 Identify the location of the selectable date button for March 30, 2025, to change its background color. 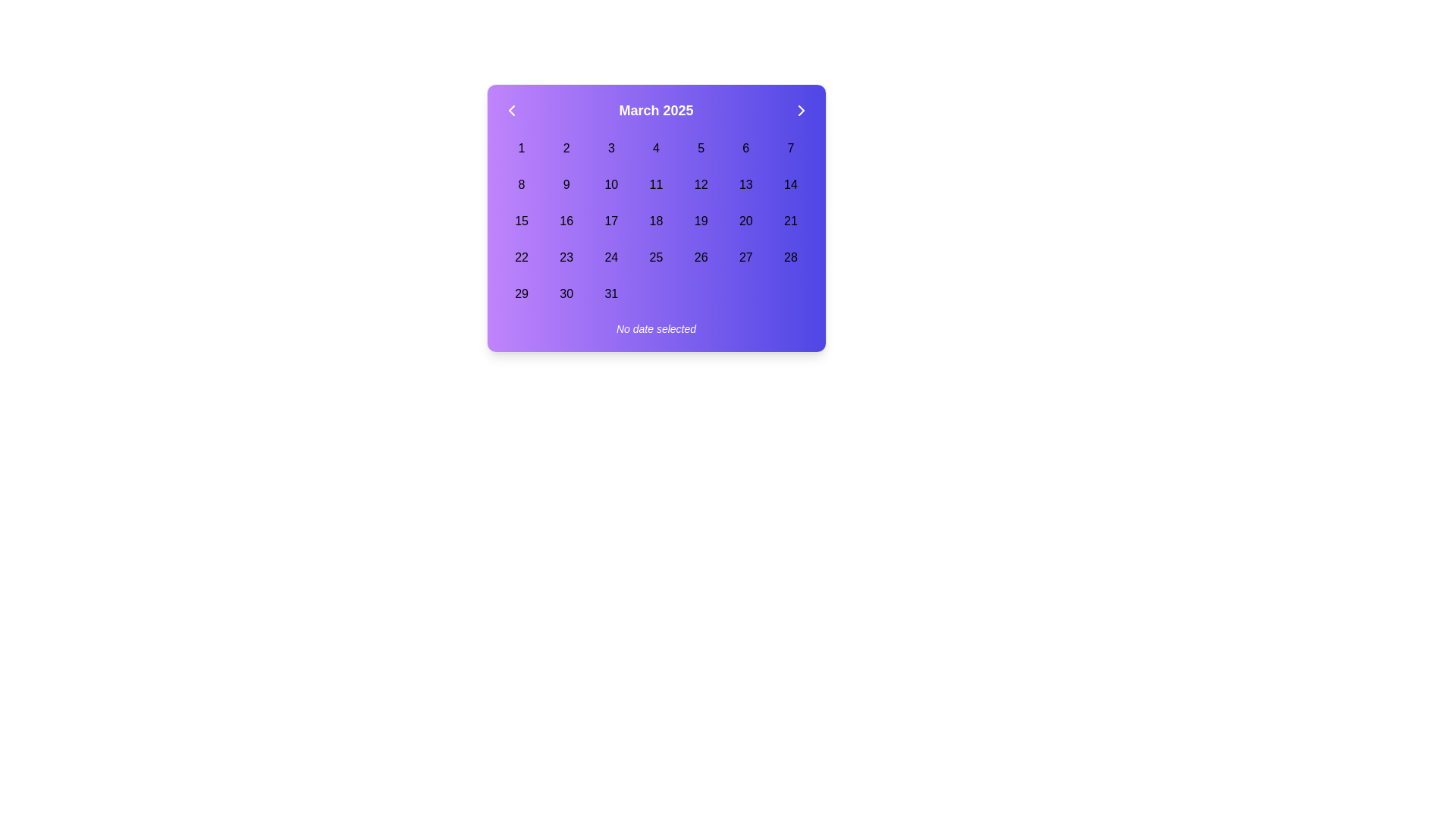
(566, 294).